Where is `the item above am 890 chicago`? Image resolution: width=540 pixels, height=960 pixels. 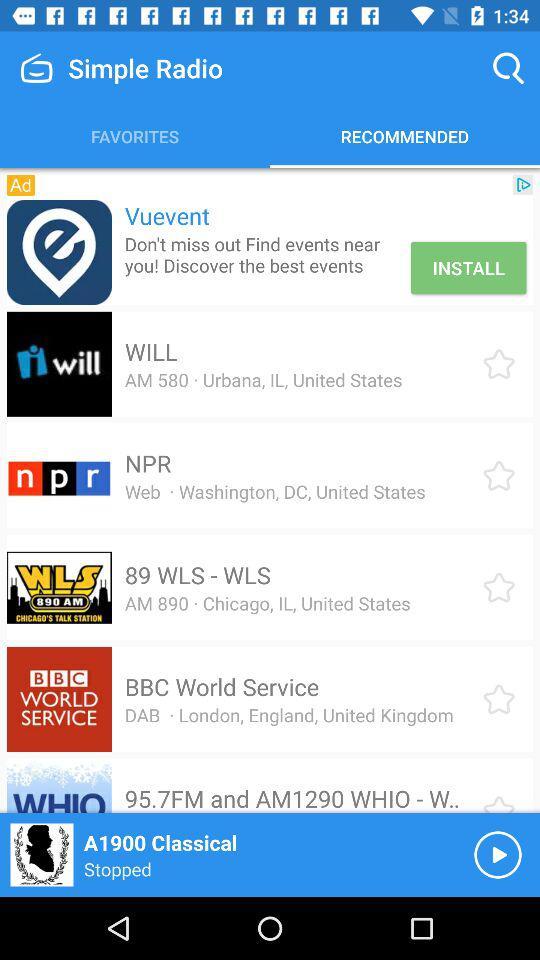 the item above am 890 chicago is located at coordinates (197, 575).